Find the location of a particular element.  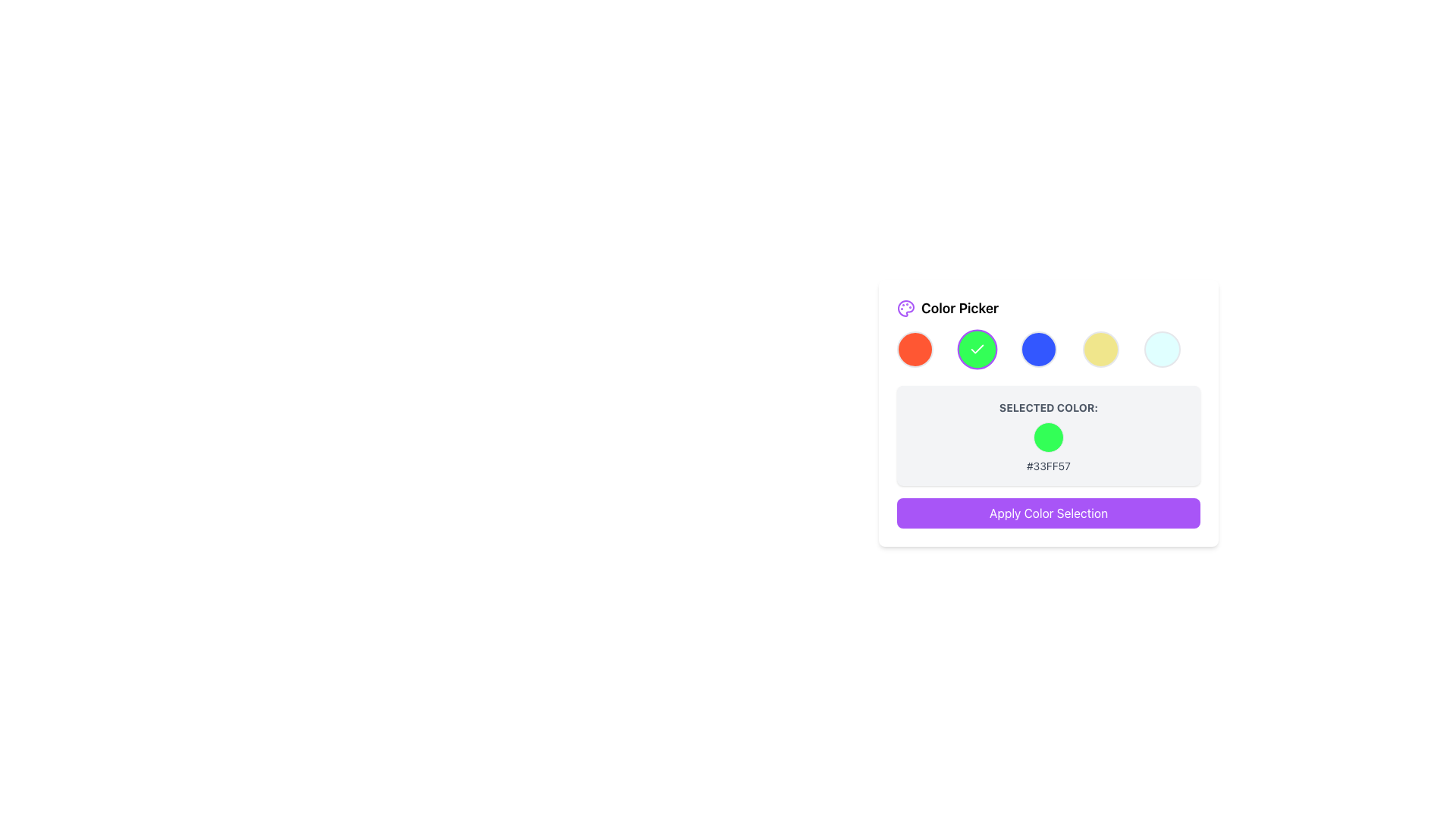

the 'Color Picker' text label, which is styled with a bold font and is located to the right of a purple palette icon in the color selection interface is located at coordinates (959, 308).